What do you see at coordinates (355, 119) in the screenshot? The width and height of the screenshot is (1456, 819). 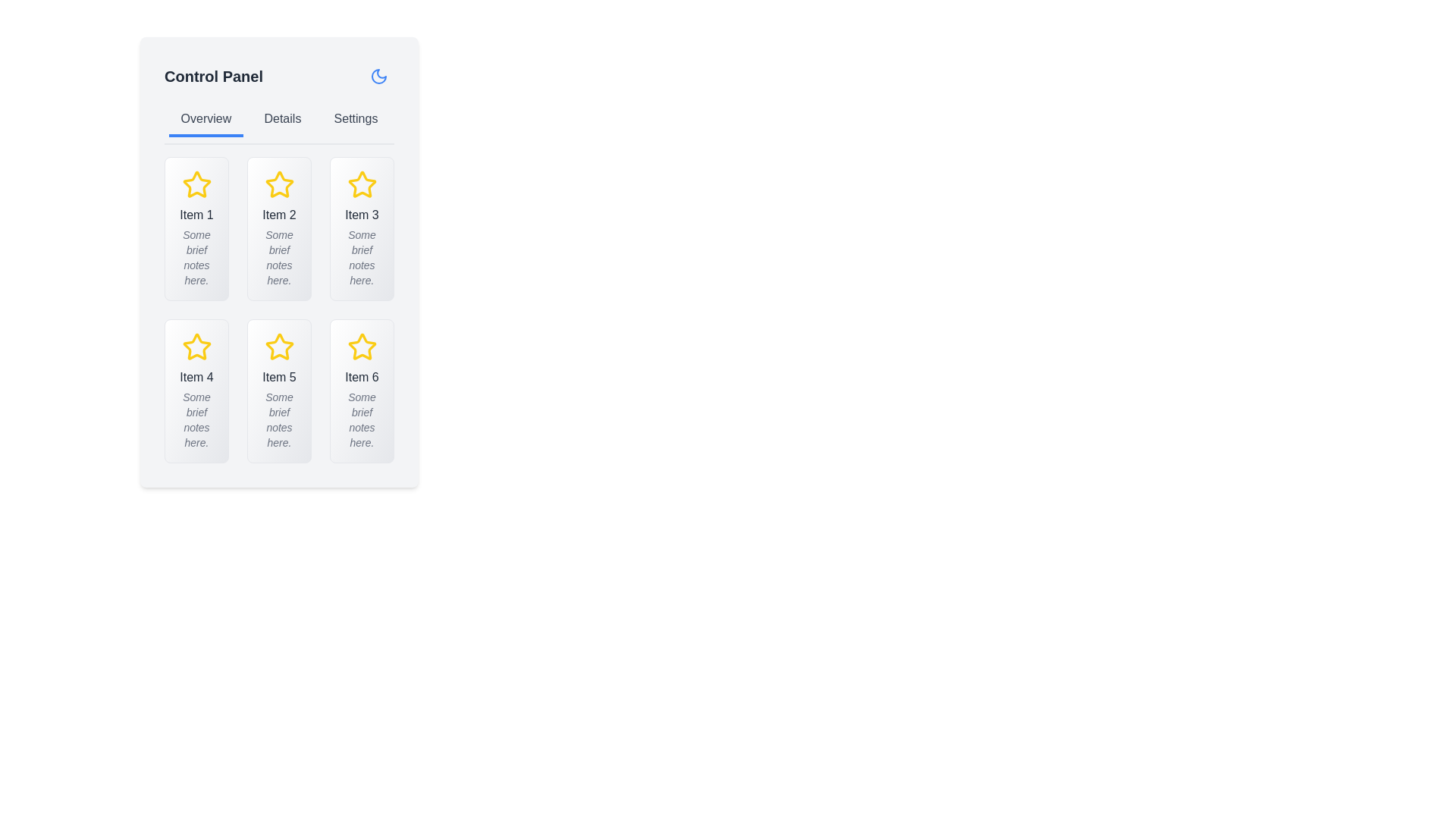 I see `the 'Settings' button in the upper-right section of the horizontal navigation bar` at bounding box center [355, 119].